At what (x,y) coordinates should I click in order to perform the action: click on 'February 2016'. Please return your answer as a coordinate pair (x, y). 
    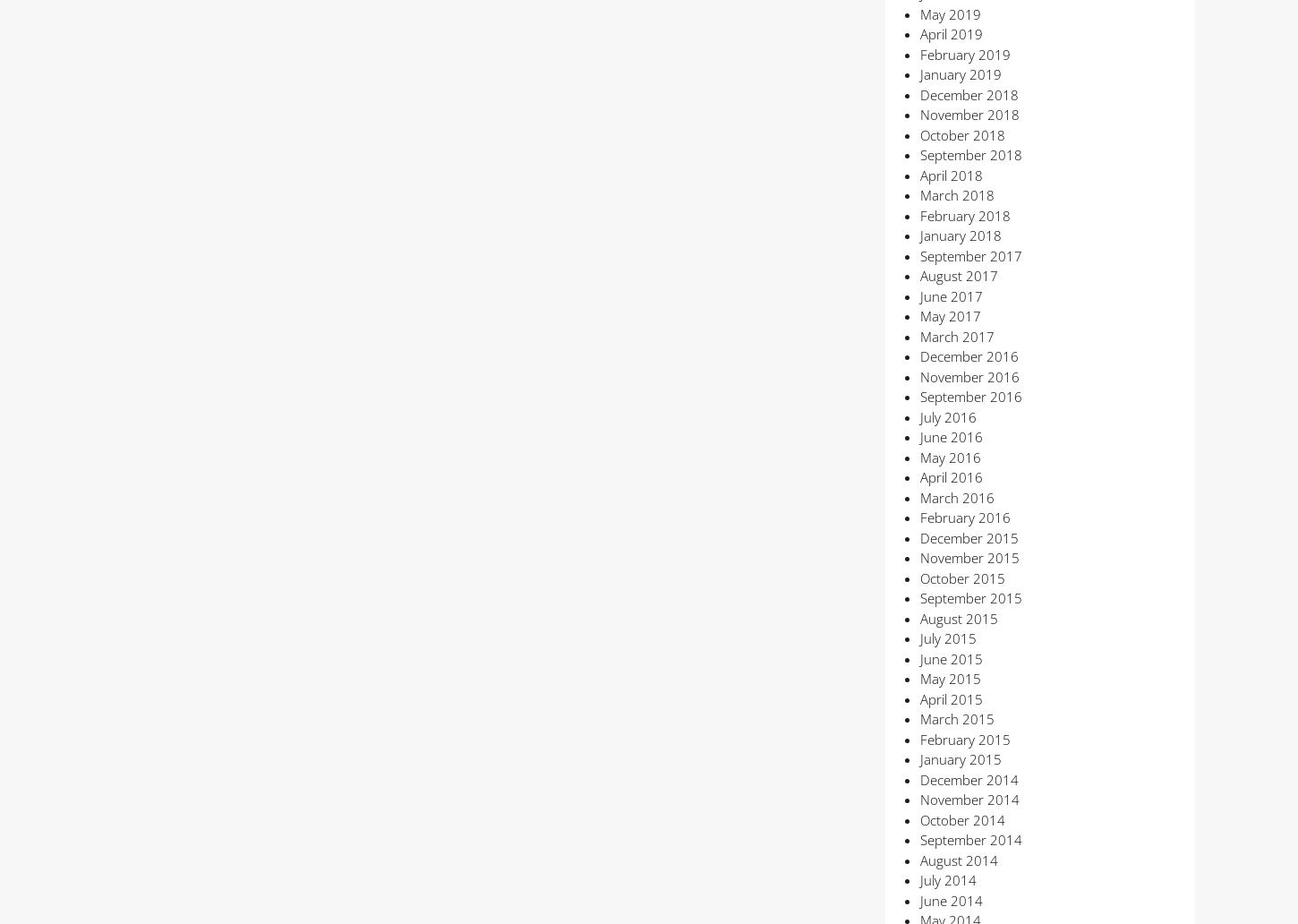
    Looking at the image, I should click on (964, 518).